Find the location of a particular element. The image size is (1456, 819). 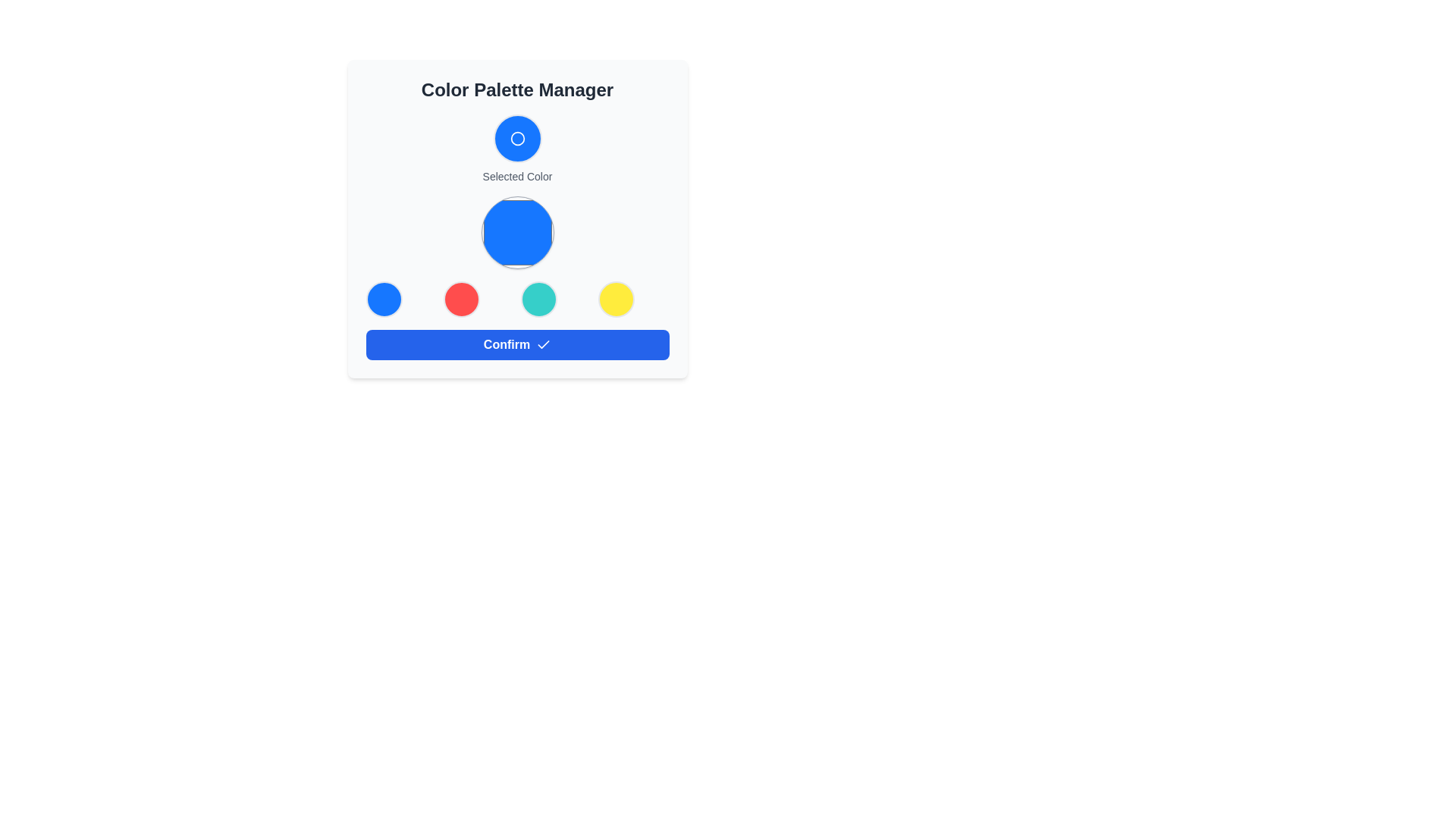

the static text label that specifies the current selection of color, located under a smaller circular icon and above a larger circular button is located at coordinates (517, 175).